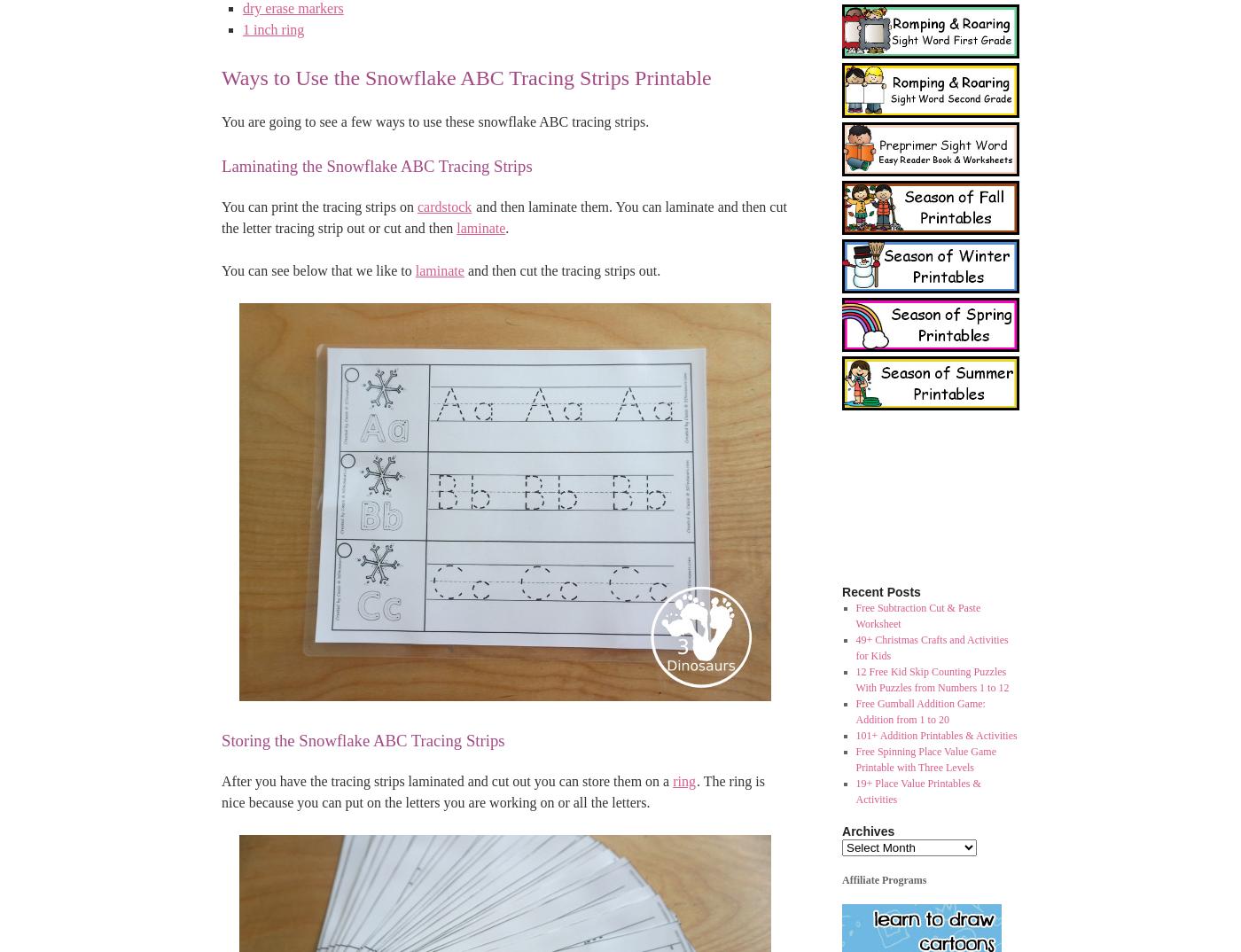 The image size is (1241, 952). Describe the element at coordinates (293, 7) in the screenshot. I see `'dry erase markers'` at that location.